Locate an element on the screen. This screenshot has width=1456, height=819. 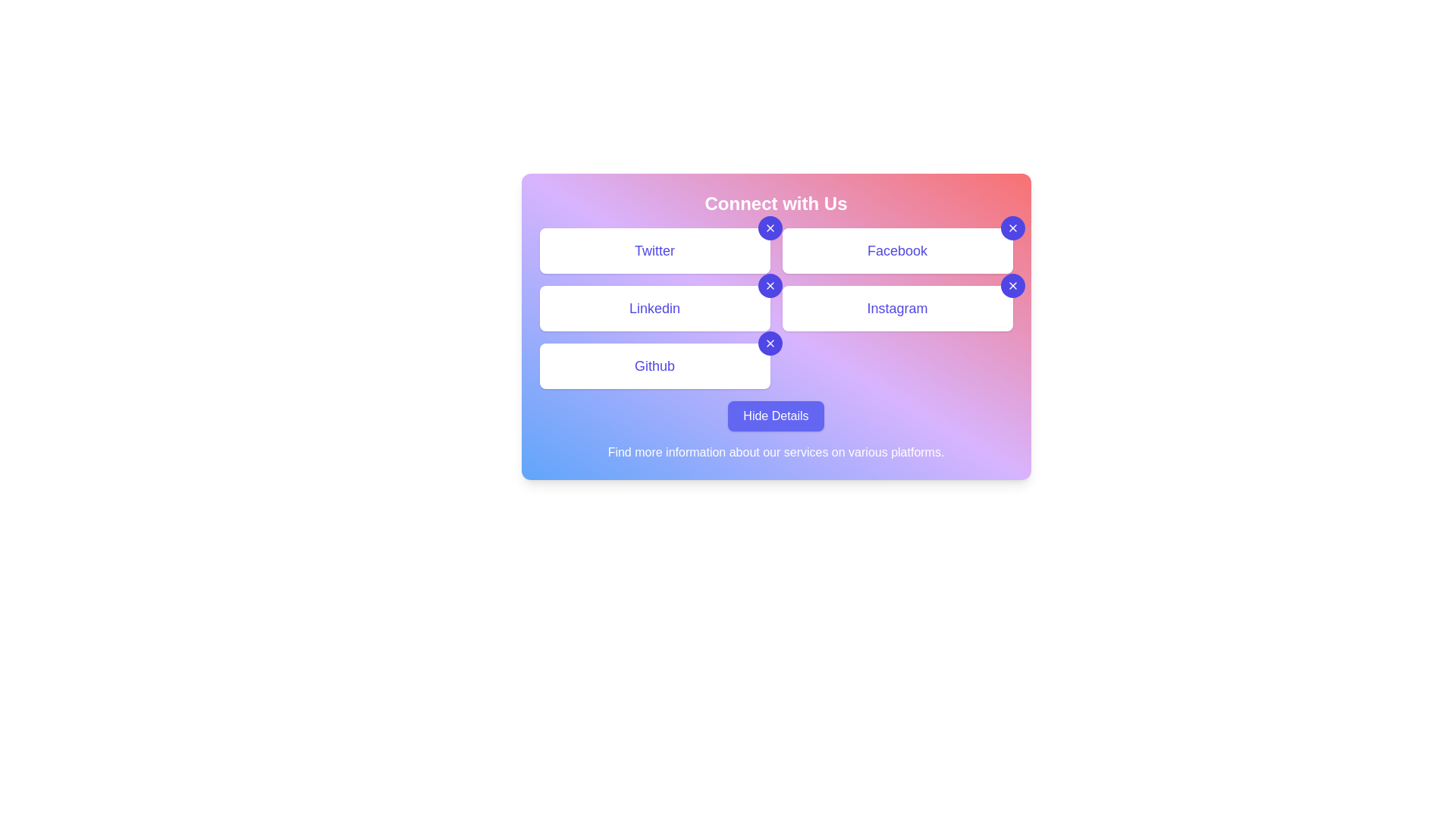
the 'Linkedin' text label displayed on the interactive card located in the second row and second column of the grid layout is located at coordinates (654, 308).